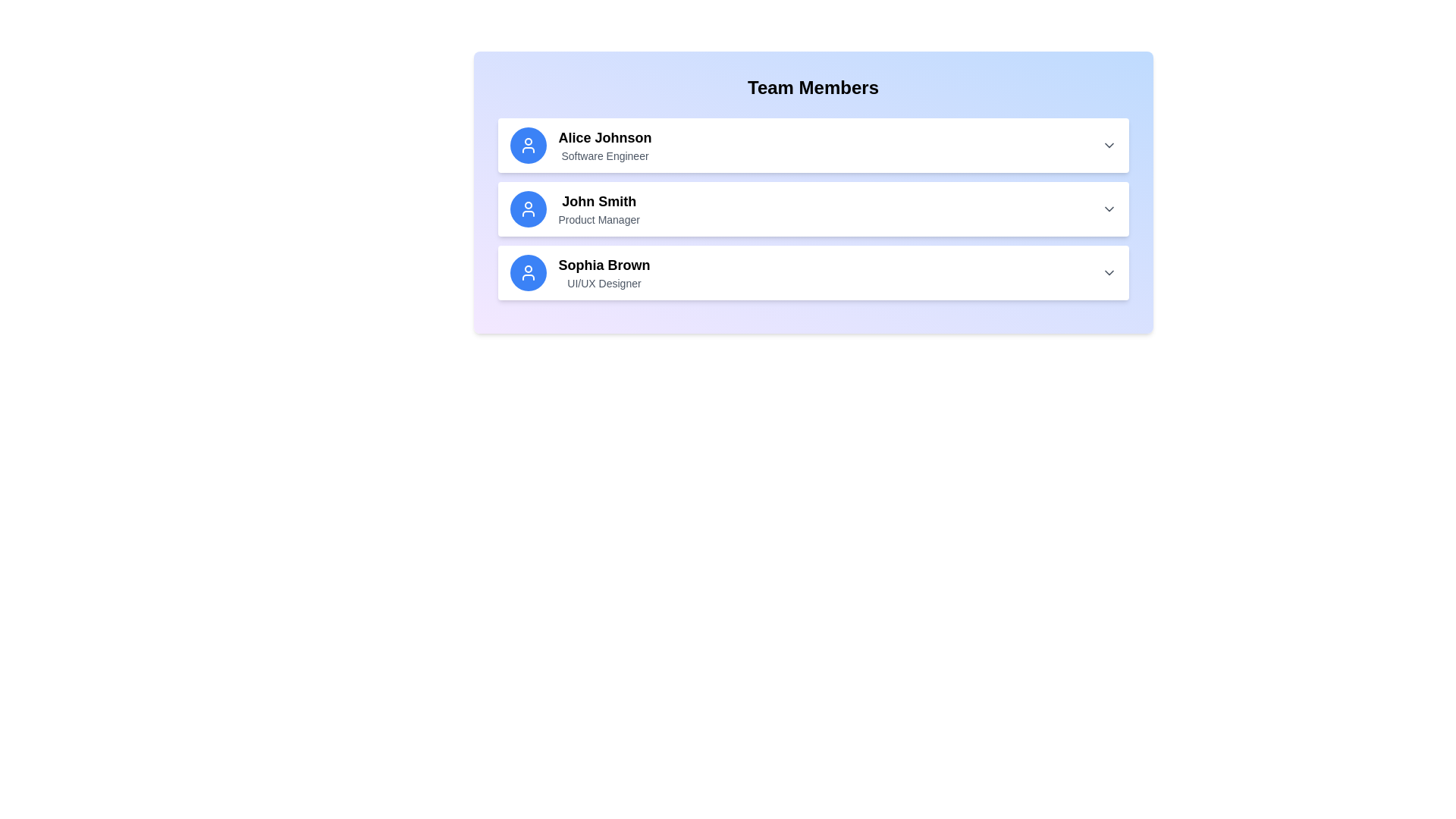  What do you see at coordinates (812, 271) in the screenshot?
I see `the Profile card that displays information about a team member, positioned as the third item in the list under the 'Team Members' section` at bounding box center [812, 271].